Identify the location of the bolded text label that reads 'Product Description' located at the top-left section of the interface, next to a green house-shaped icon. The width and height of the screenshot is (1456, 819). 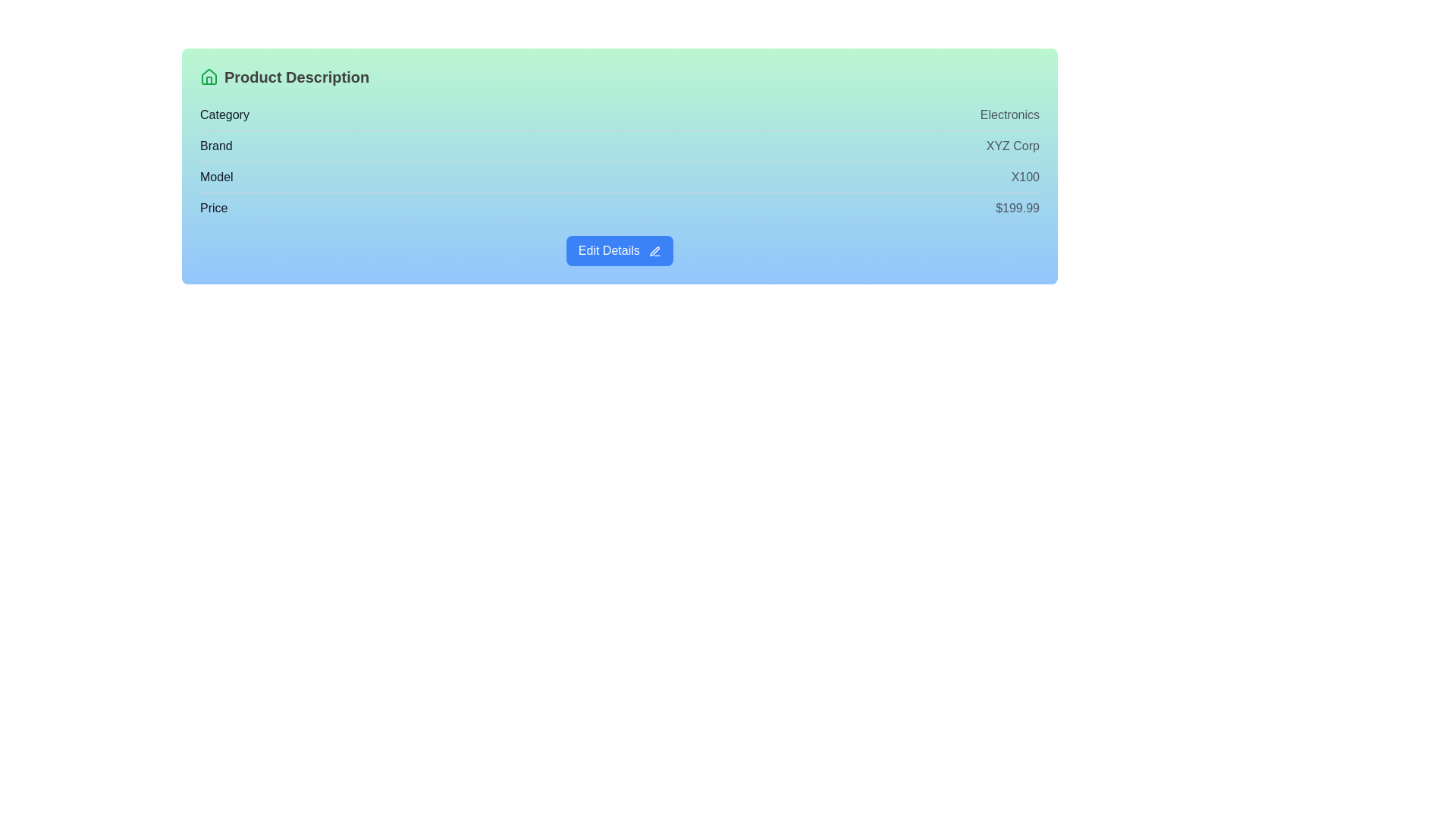
(297, 77).